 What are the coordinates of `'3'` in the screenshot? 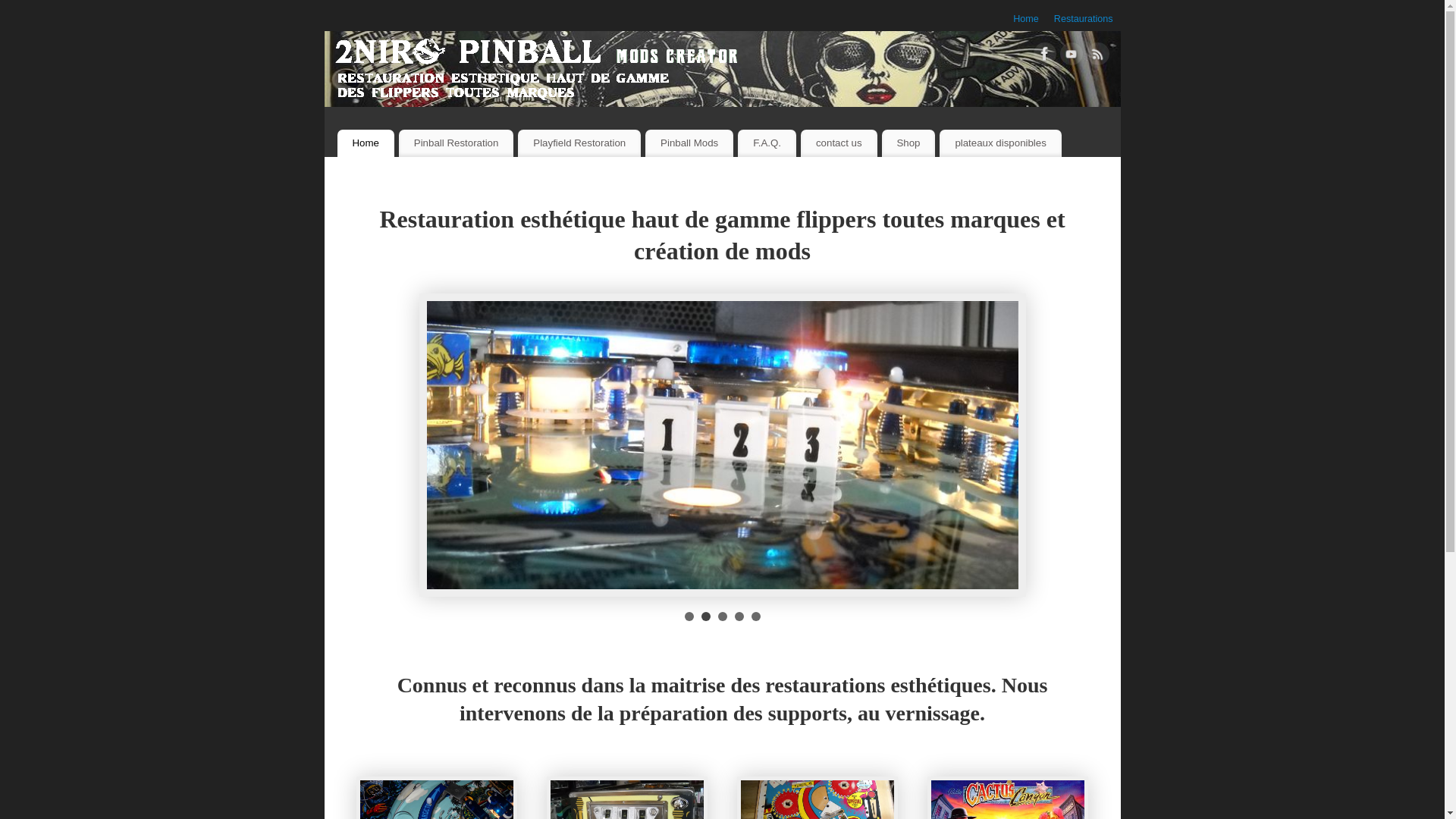 It's located at (720, 617).